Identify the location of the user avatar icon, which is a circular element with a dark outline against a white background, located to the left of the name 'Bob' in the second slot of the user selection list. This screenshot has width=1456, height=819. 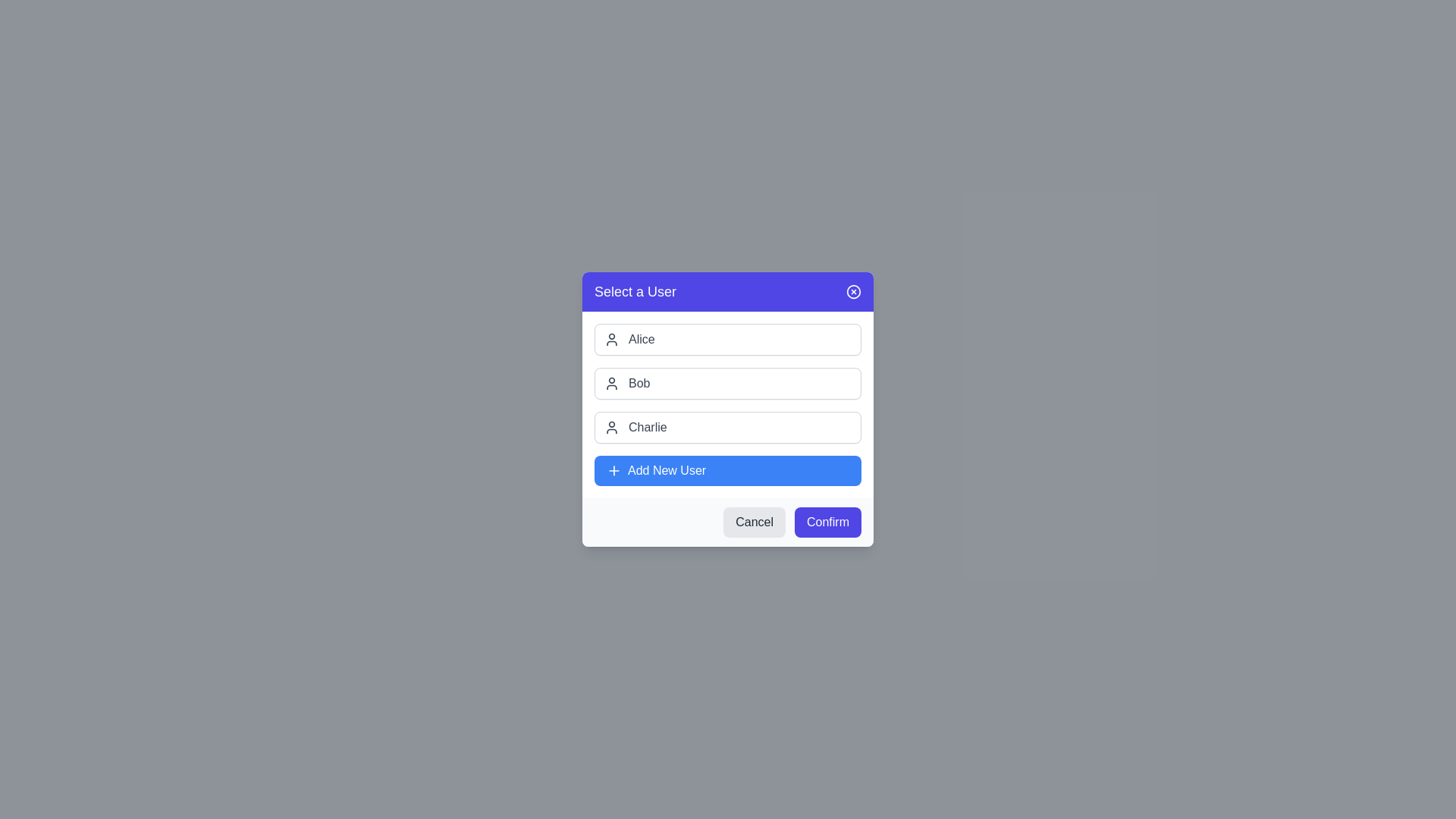
(611, 382).